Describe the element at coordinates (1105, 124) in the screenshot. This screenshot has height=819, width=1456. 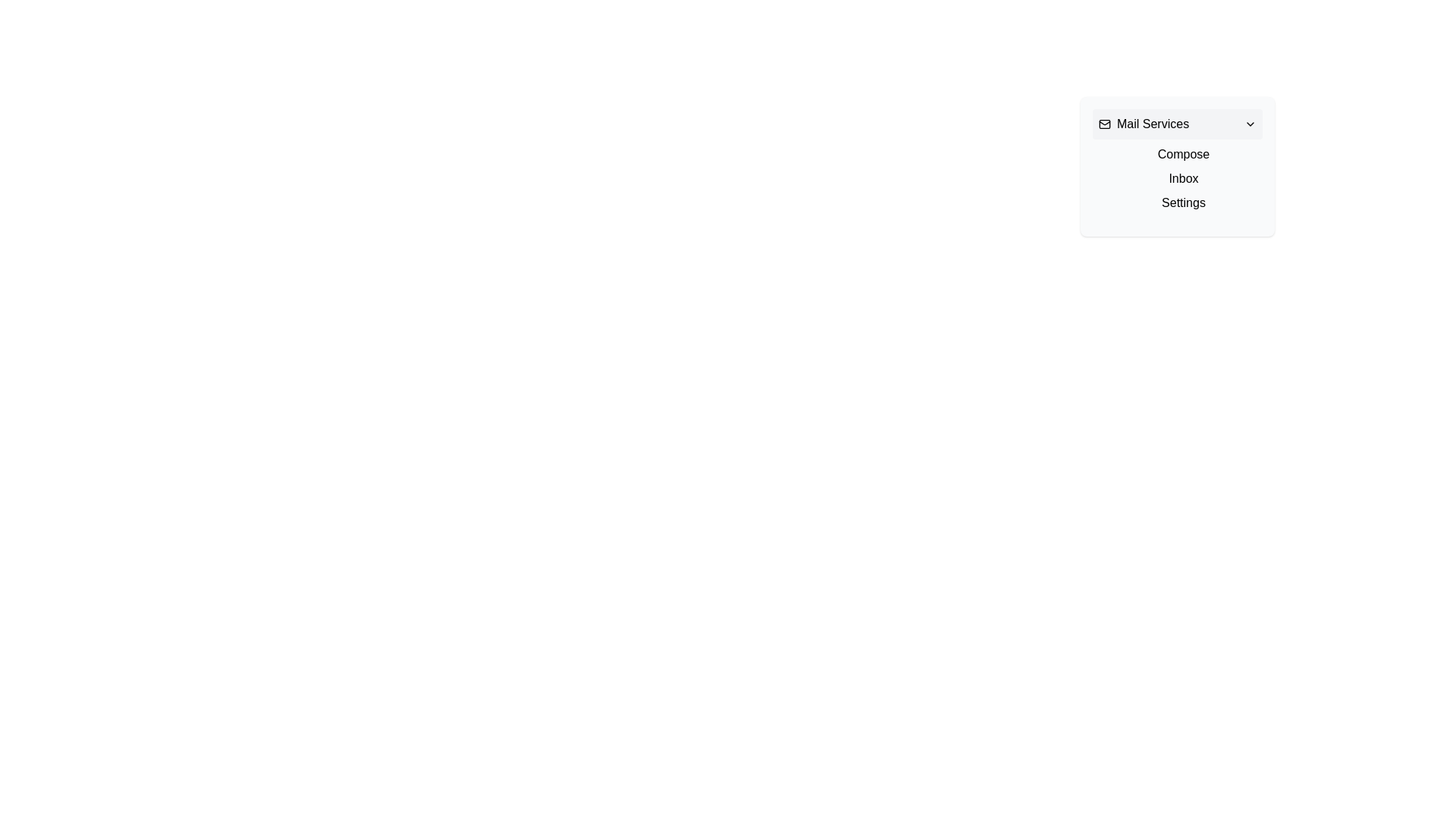
I see `the email icon located to the left of the 'Mail Services' label in the header section of the menu panel to understand its association` at that location.